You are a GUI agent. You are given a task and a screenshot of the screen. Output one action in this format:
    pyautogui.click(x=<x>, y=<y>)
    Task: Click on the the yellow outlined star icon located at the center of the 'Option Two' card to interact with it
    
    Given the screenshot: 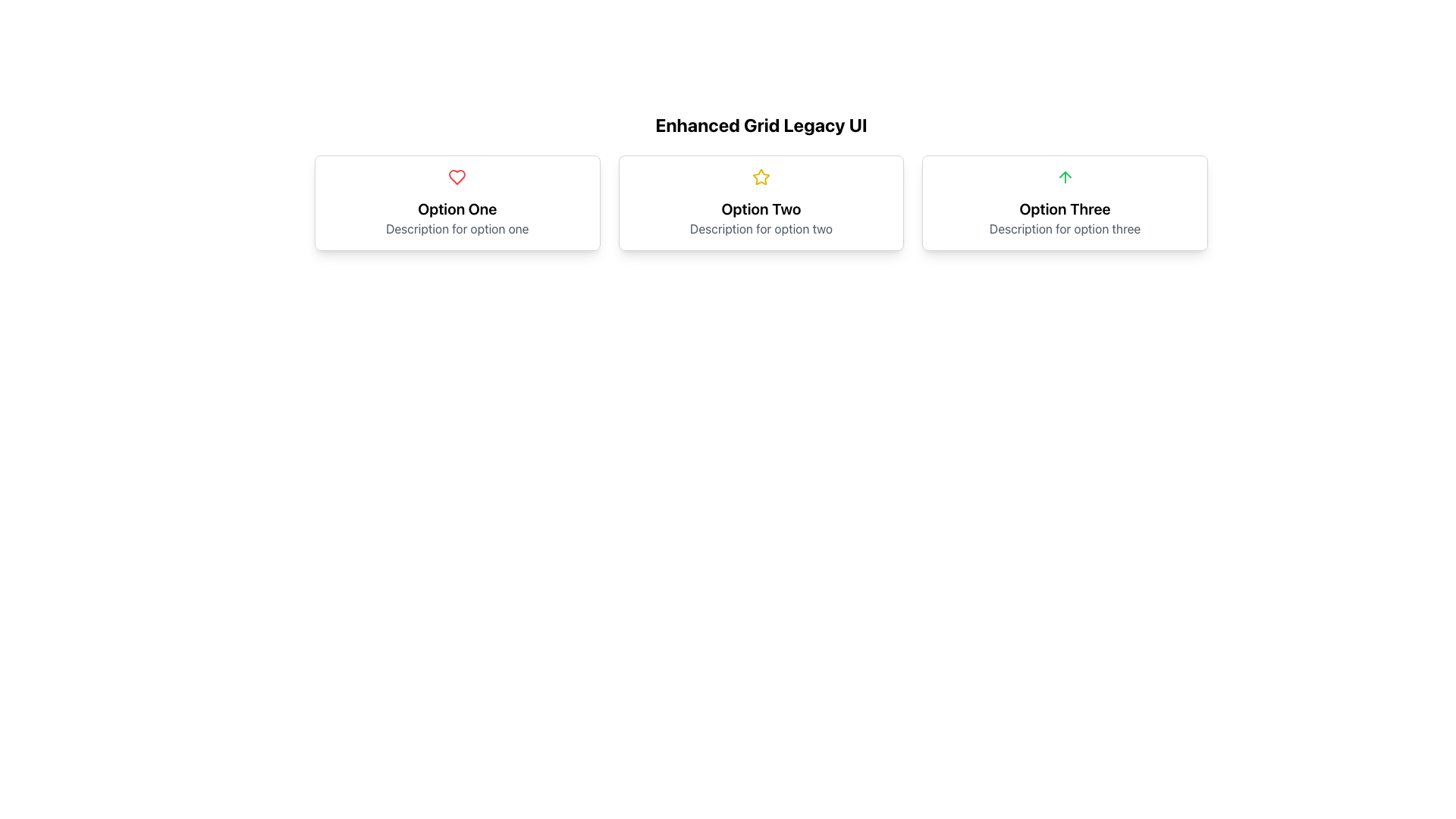 What is the action you would take?
    pyautogui.click(x=761, y=177)
    